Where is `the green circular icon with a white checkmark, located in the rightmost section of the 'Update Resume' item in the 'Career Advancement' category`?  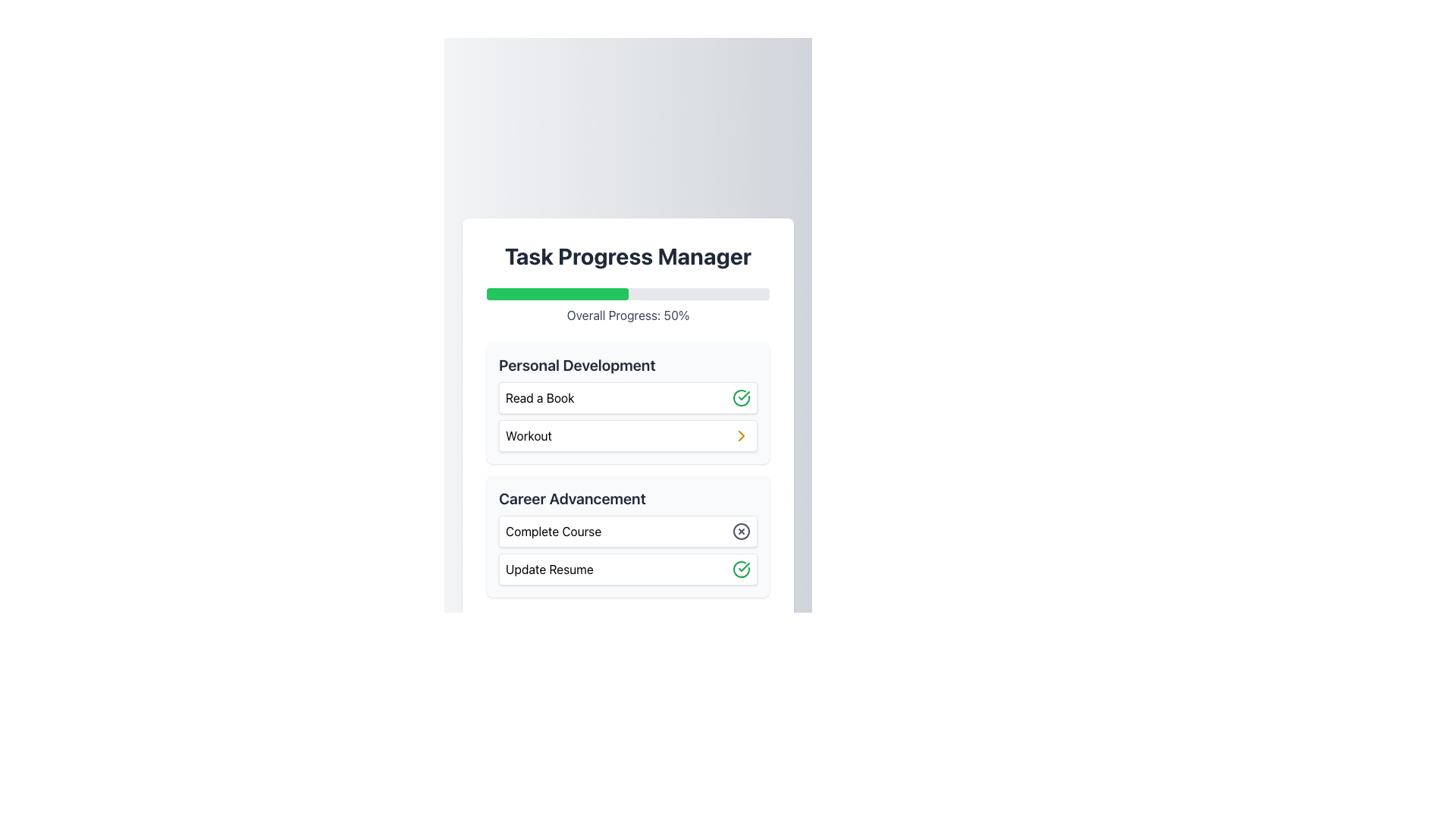
the green circular icon with a white checkmark, located in the rightmost section of the 'Update Resume' item in the 'Career Advancement' category is located at coordinates (742, 568).